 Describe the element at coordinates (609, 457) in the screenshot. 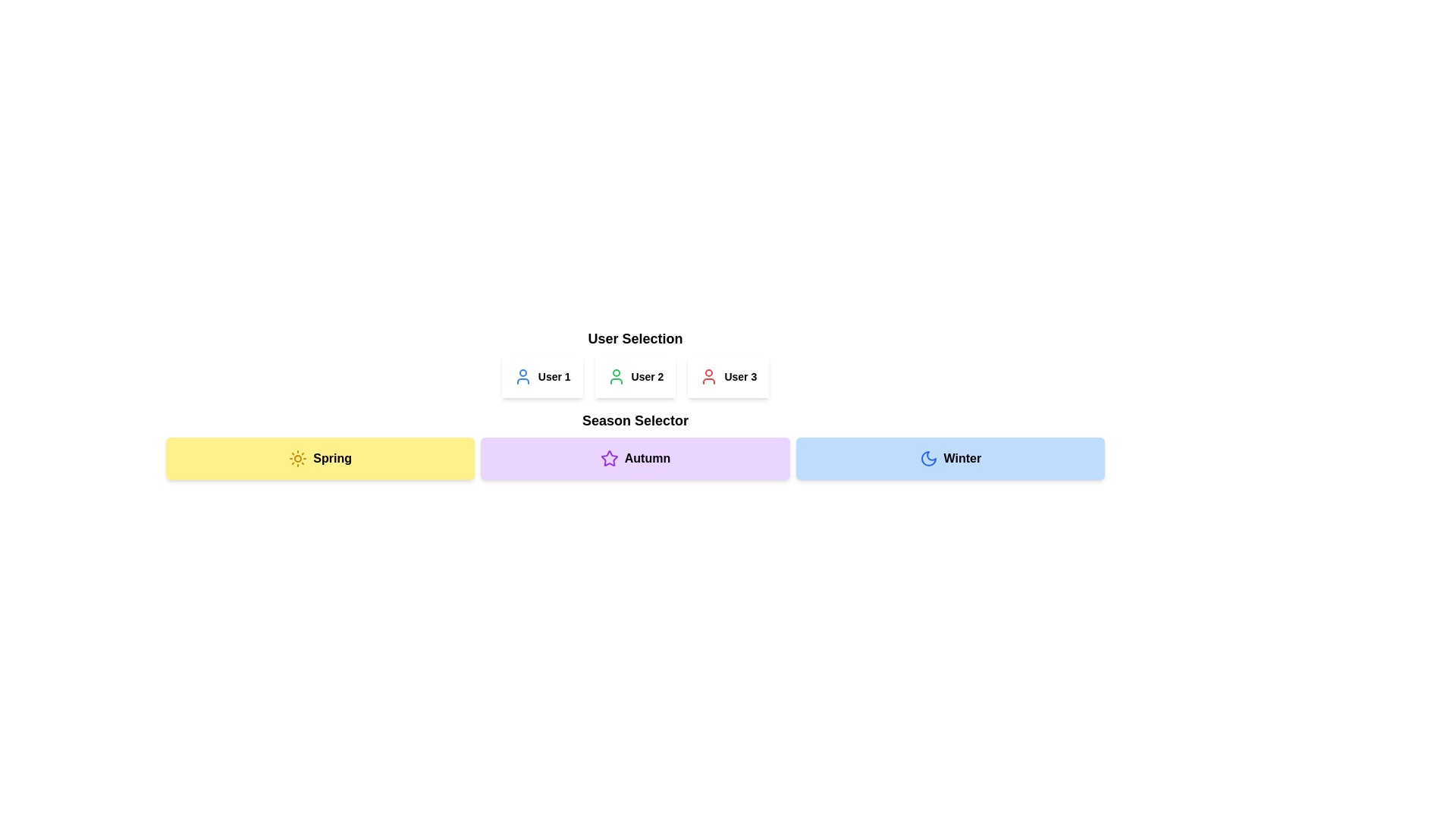

I see `the star icon with a hollow design and bold purple borders located on the 'Autumn' button in the 'Season Selector' section` at that location.